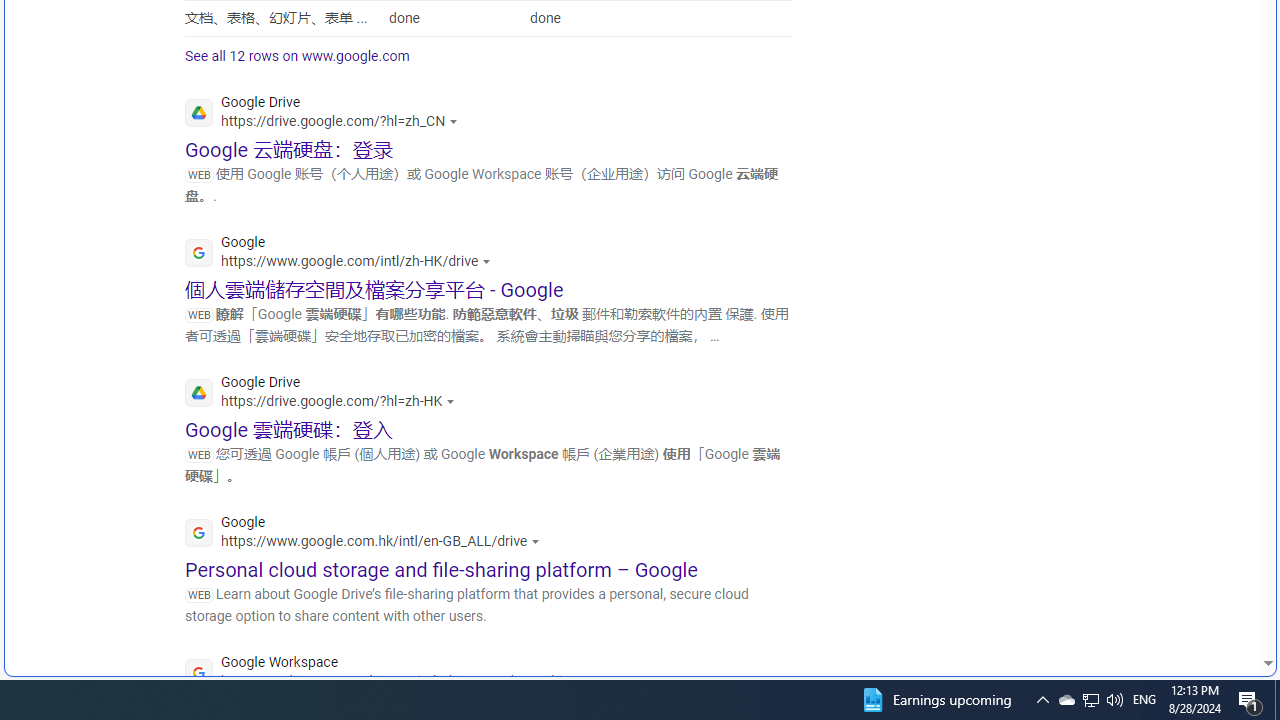 The image size is (1280, 720). What do you see at coordinates (199, 673) in the screenshot?
I see `'Global web icon'` at bounding box center [199, 673].